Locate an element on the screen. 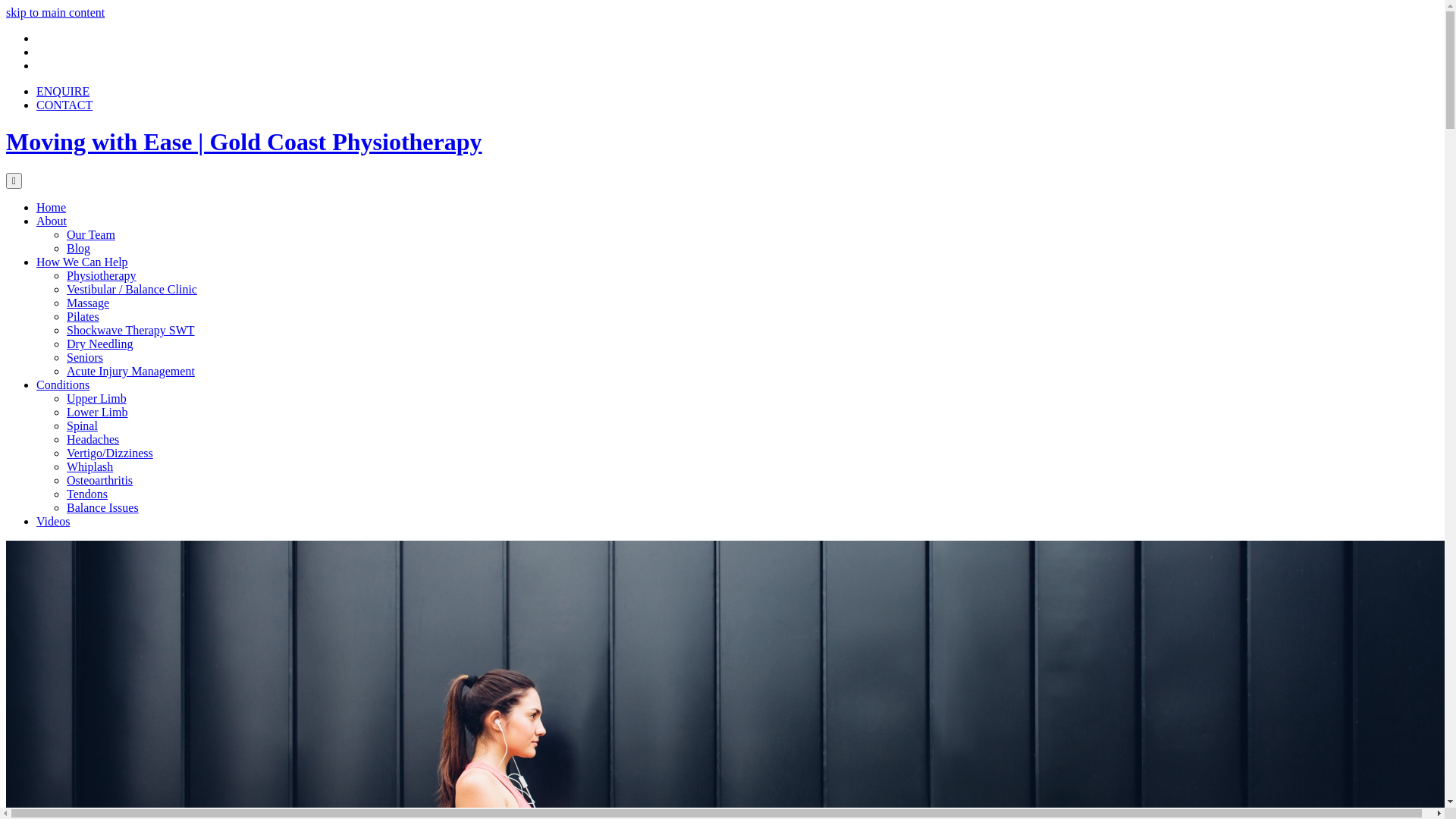 Image resolution: width=1456 pixels, height=819 pixels. 'CONTACT' is located at coordinates (64, 104).